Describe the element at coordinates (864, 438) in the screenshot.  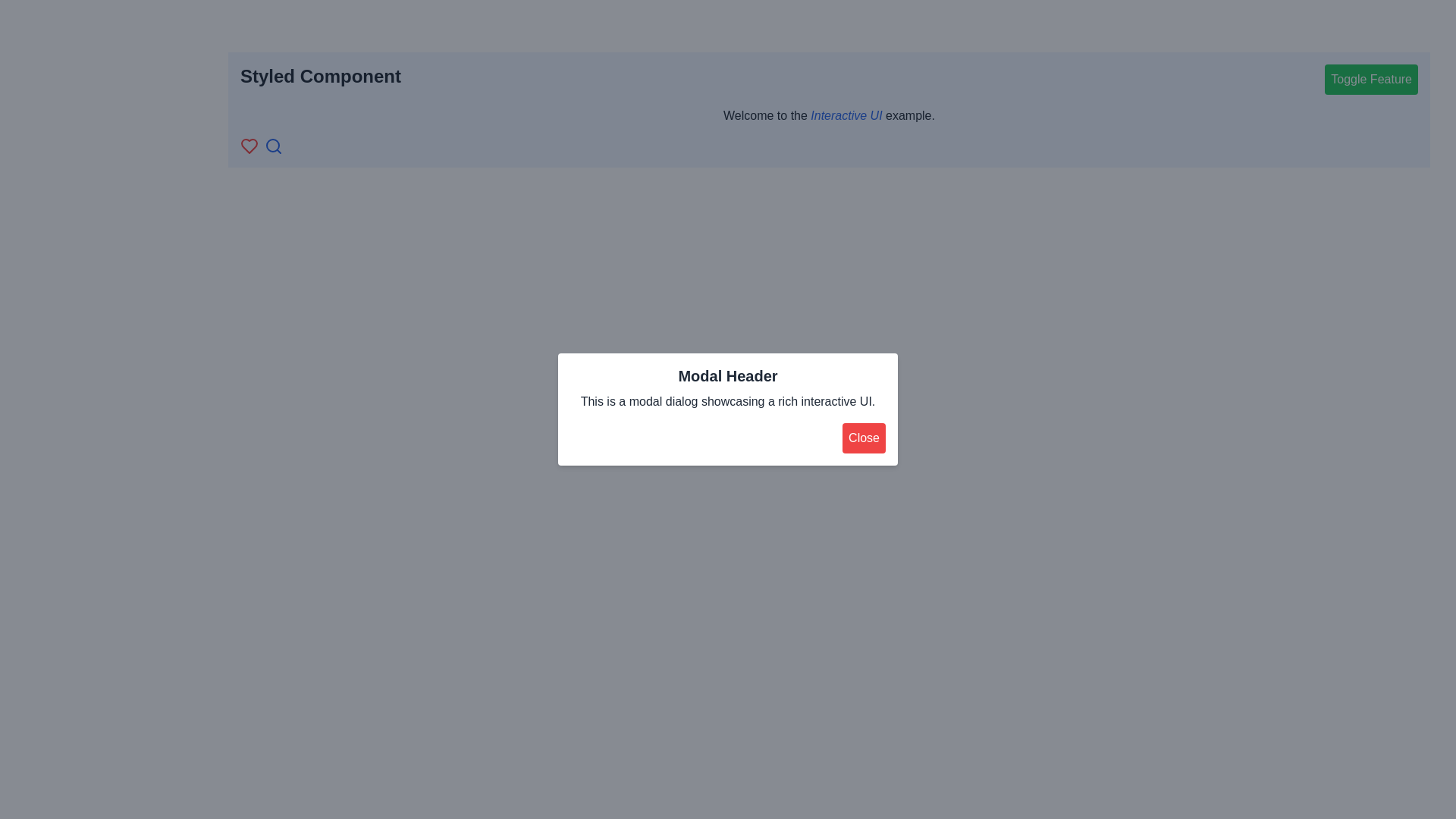
I see `the close button located at the bottom-right corner of the modal window` at that location.